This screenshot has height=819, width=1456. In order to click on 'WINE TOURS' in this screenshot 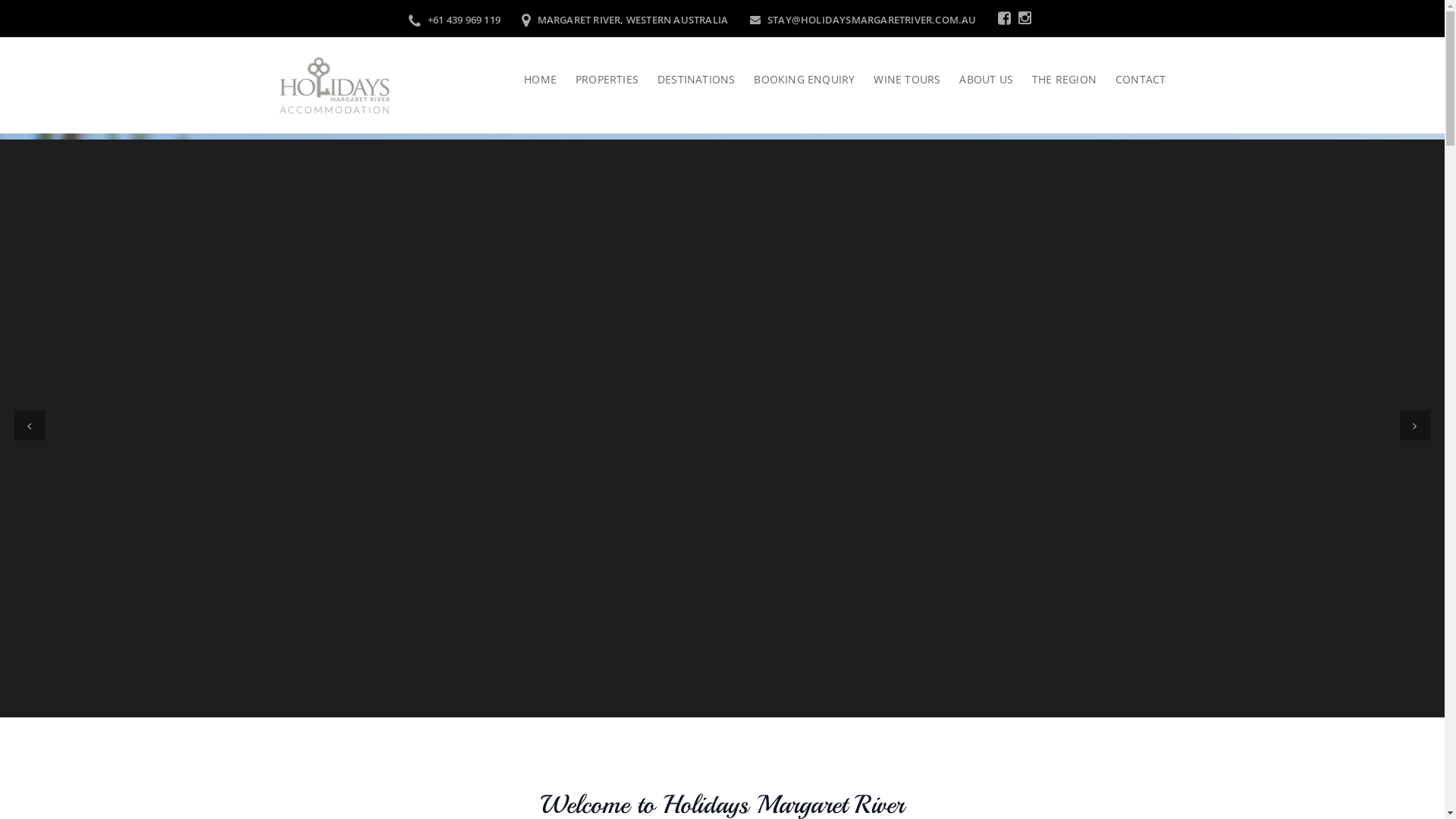, I will do `click(897, 79)`.